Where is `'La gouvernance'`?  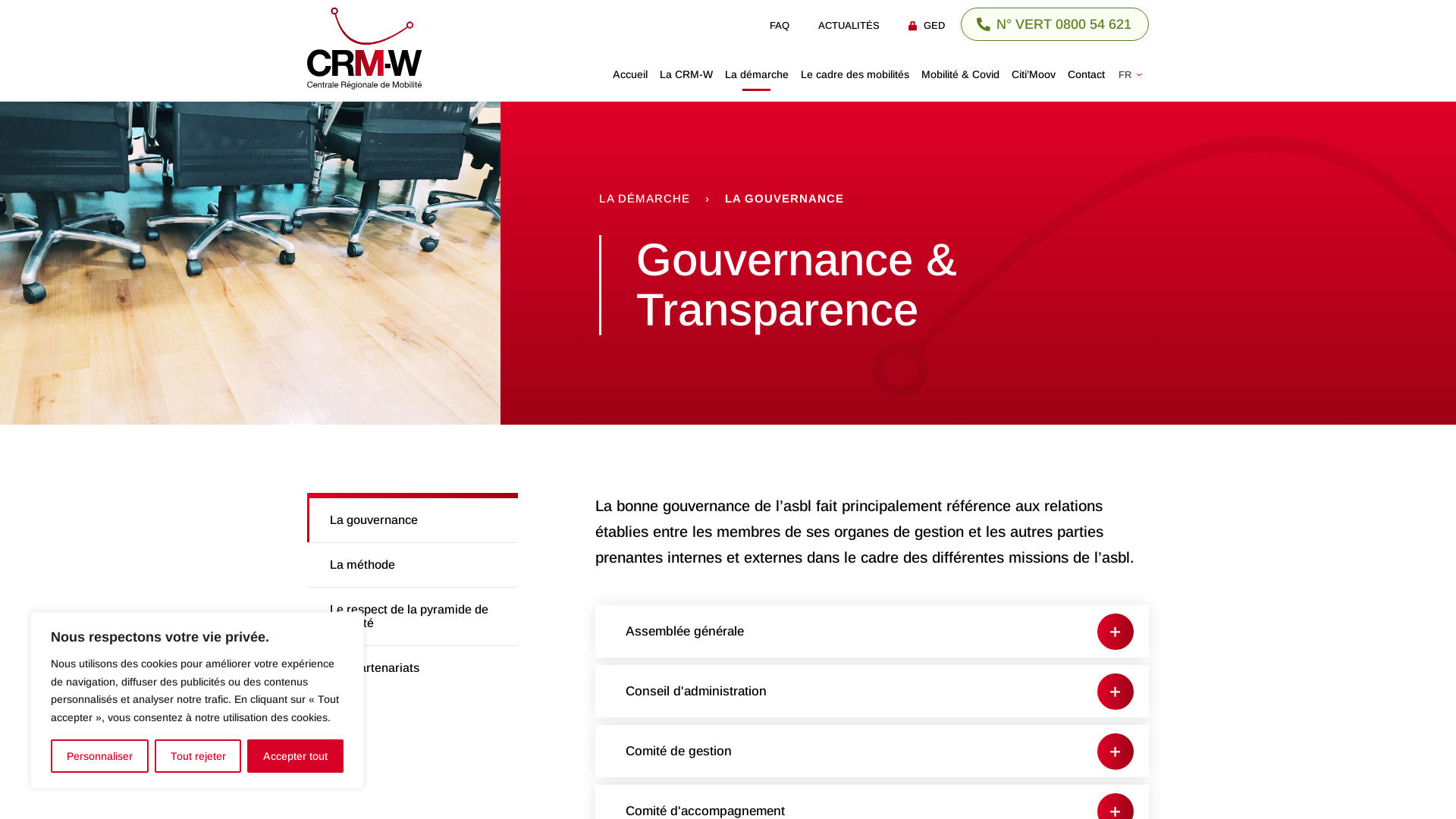 'La gouvernance' is located at coordinates (412, 519).